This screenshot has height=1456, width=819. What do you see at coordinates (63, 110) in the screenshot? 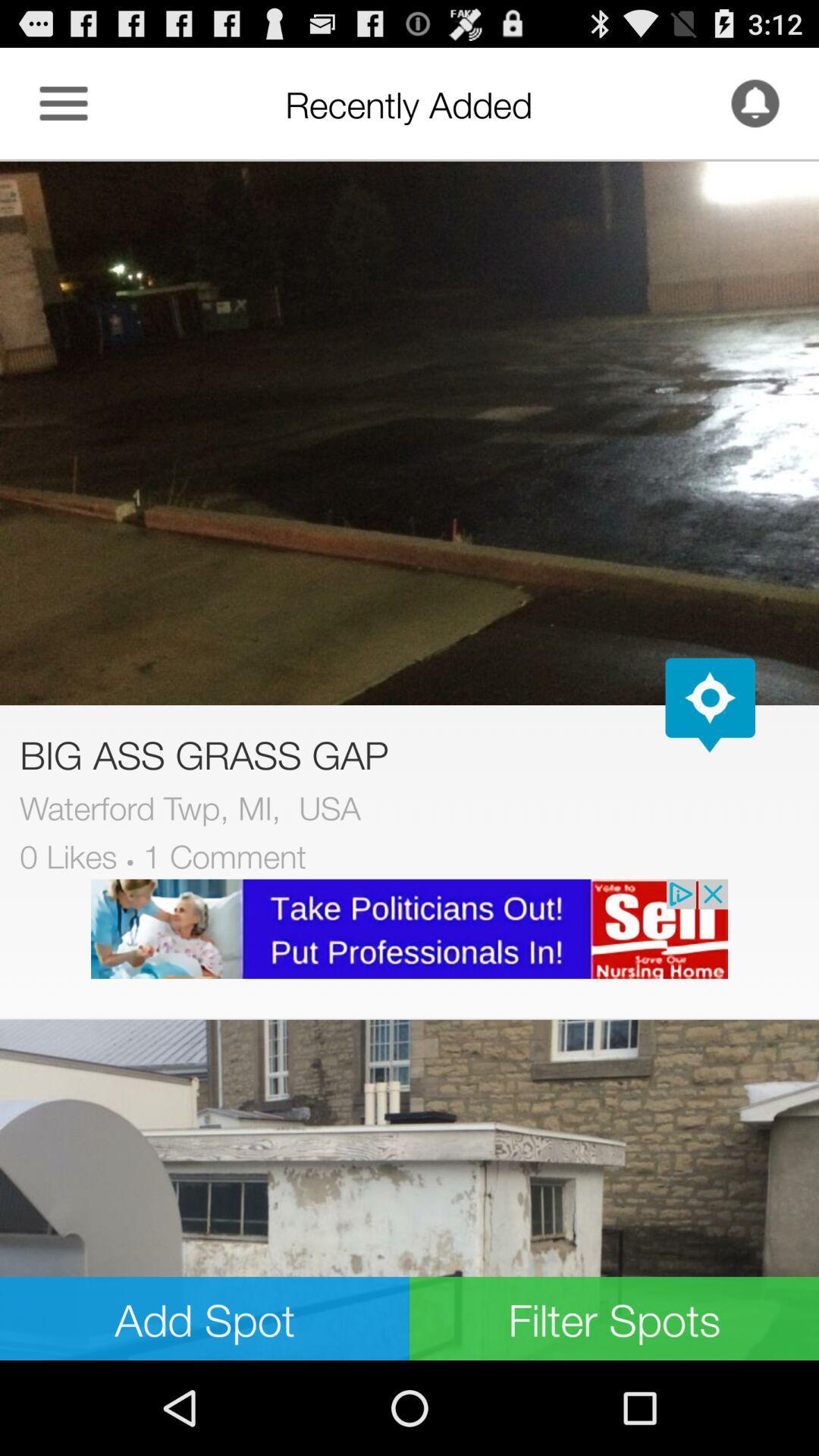
I see `the menu icon` at bounding box center [63, 110].